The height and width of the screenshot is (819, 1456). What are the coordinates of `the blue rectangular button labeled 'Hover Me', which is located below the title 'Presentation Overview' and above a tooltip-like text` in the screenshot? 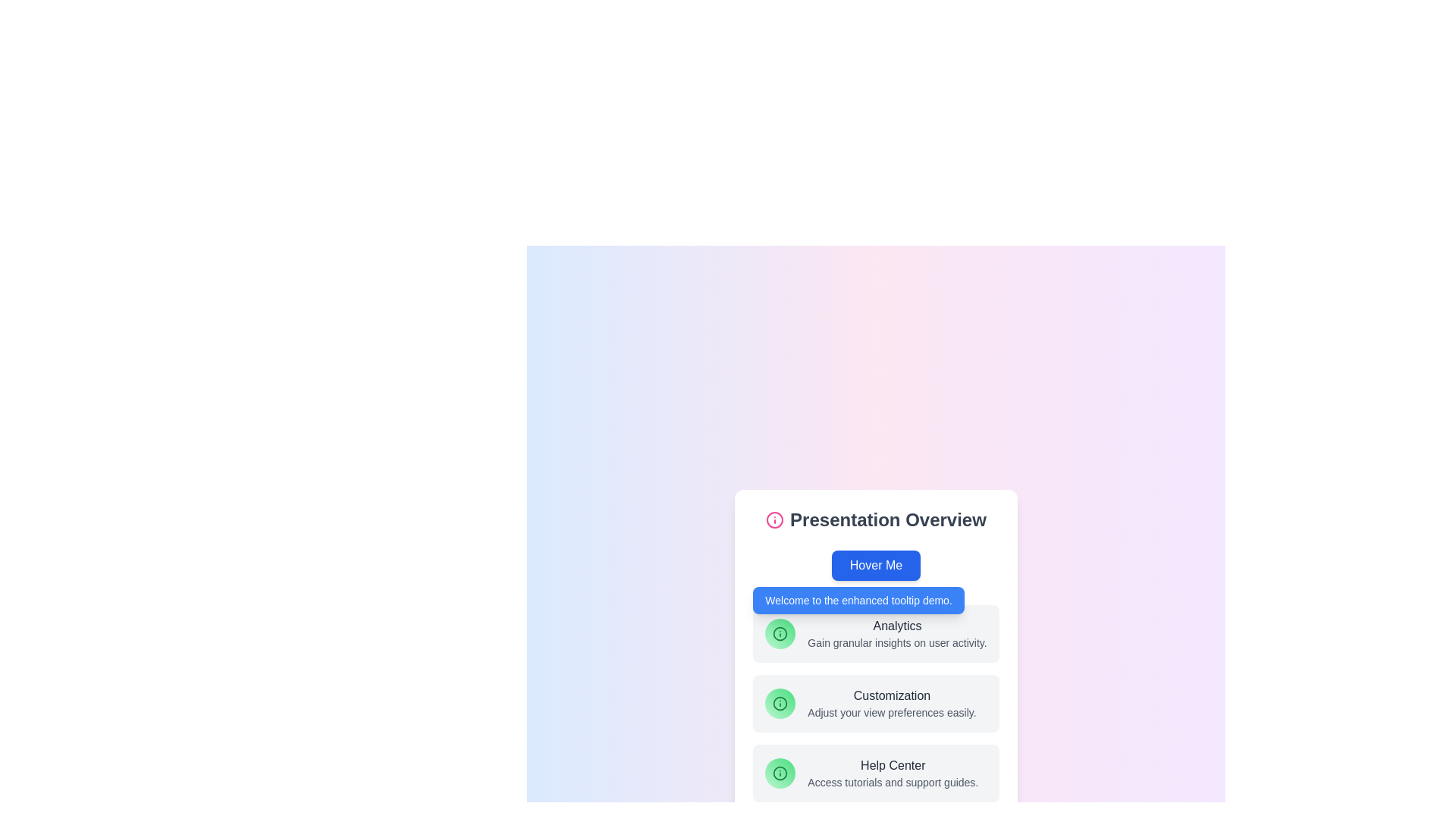 It's located at (876, 565).